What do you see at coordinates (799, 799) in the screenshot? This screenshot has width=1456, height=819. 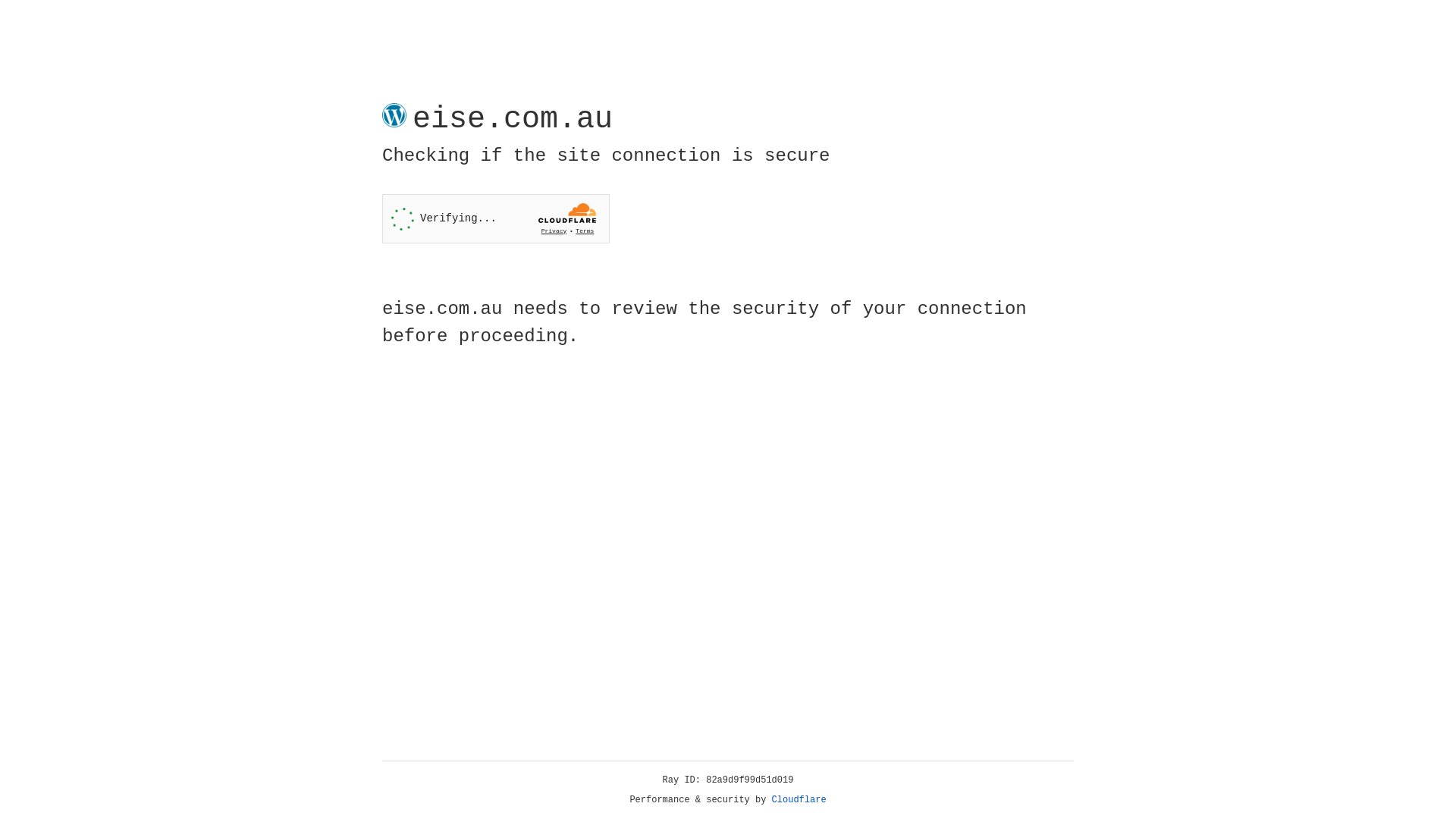 I see `'Cloudflare'` at bounding box center [799, 799].